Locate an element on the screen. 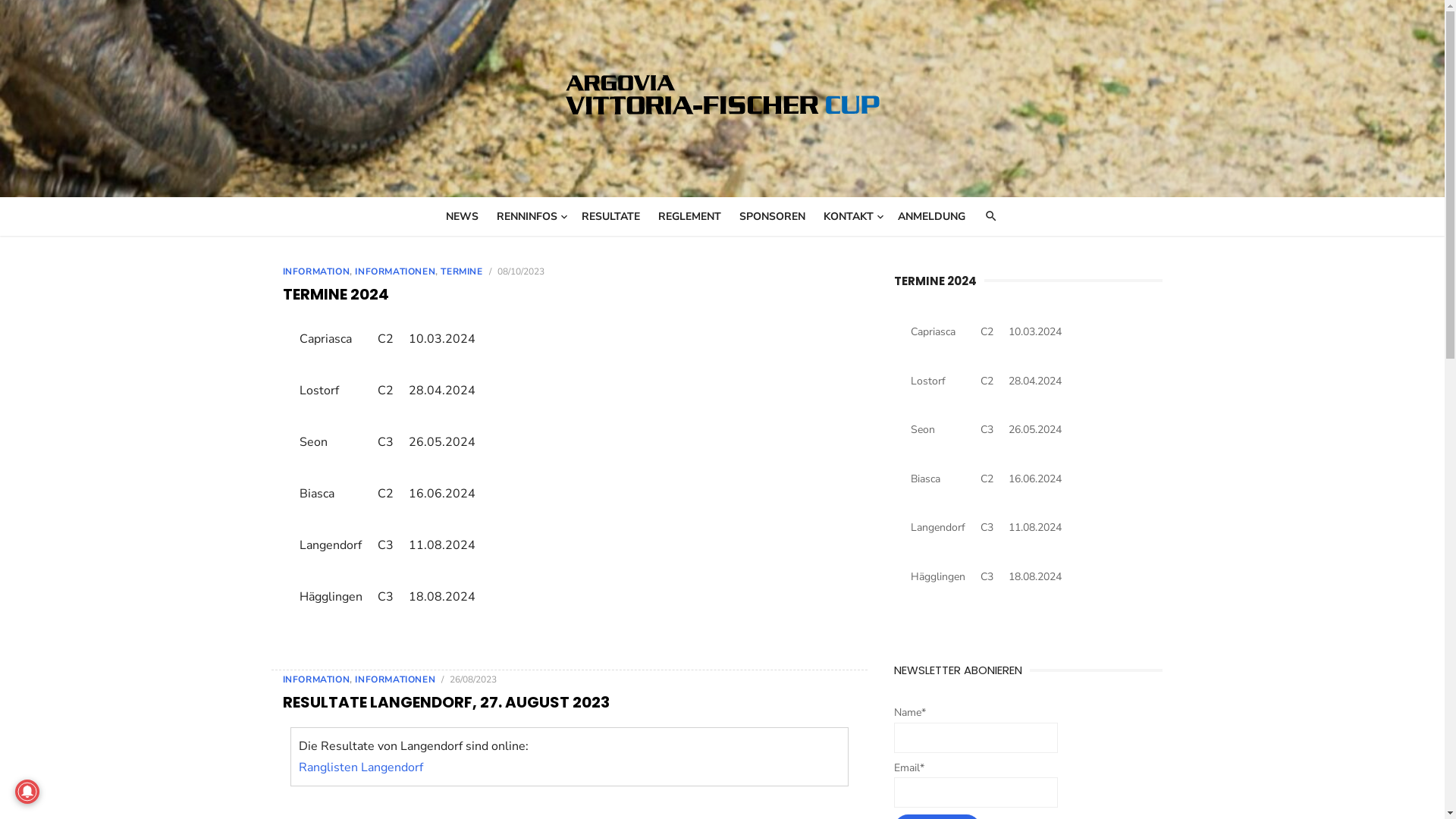 The height and width of the screenshot is (819, 1456). 'RENNINFOS' is located at coordinates (530, 216).